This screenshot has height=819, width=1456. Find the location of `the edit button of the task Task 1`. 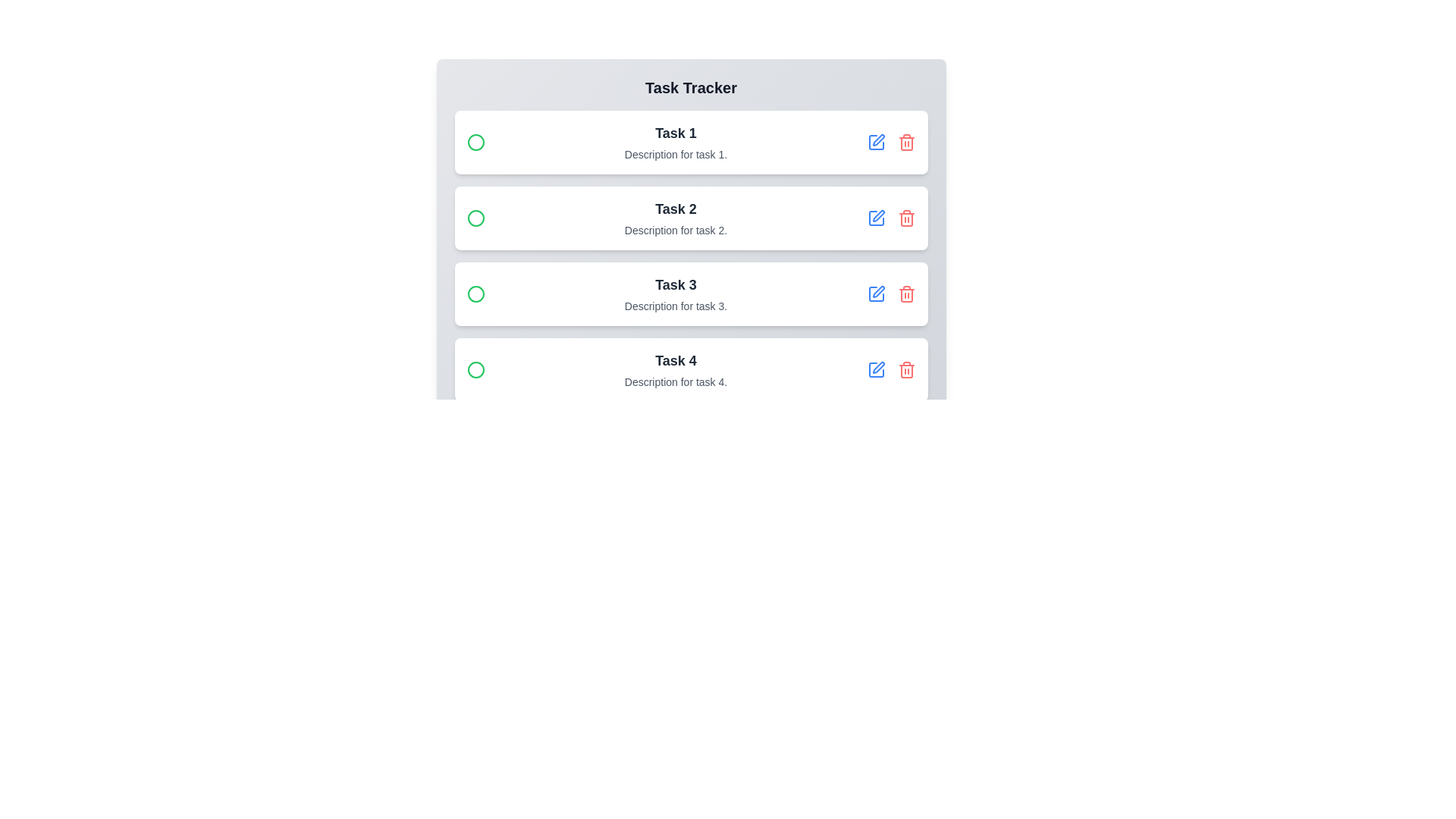

the edit button of the task Task 1 is located at coordinates (876, 143).